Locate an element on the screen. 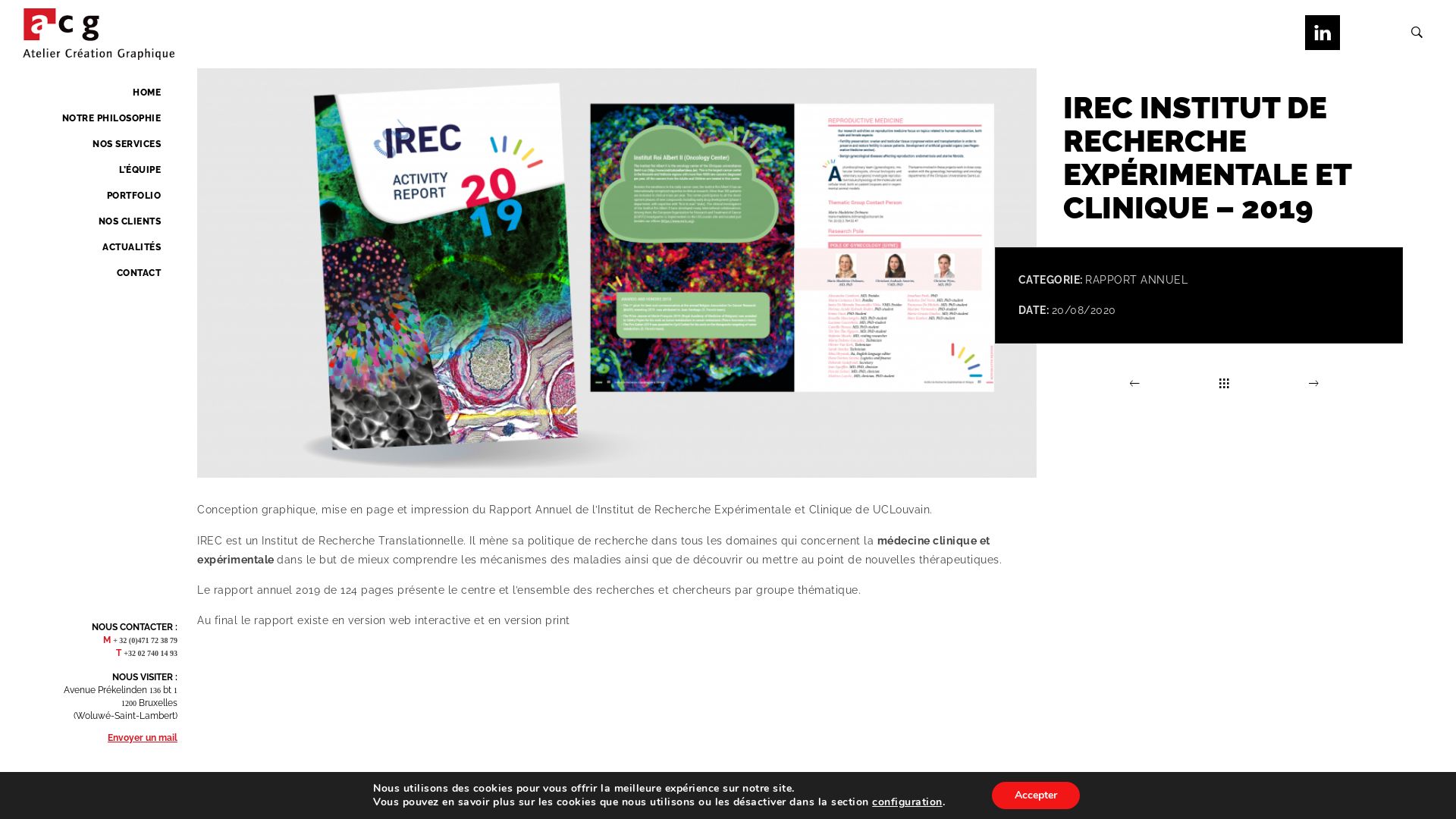 The image size is (1456, 819). 'NOS CLIENTS' is located at coordinates (129, 221).